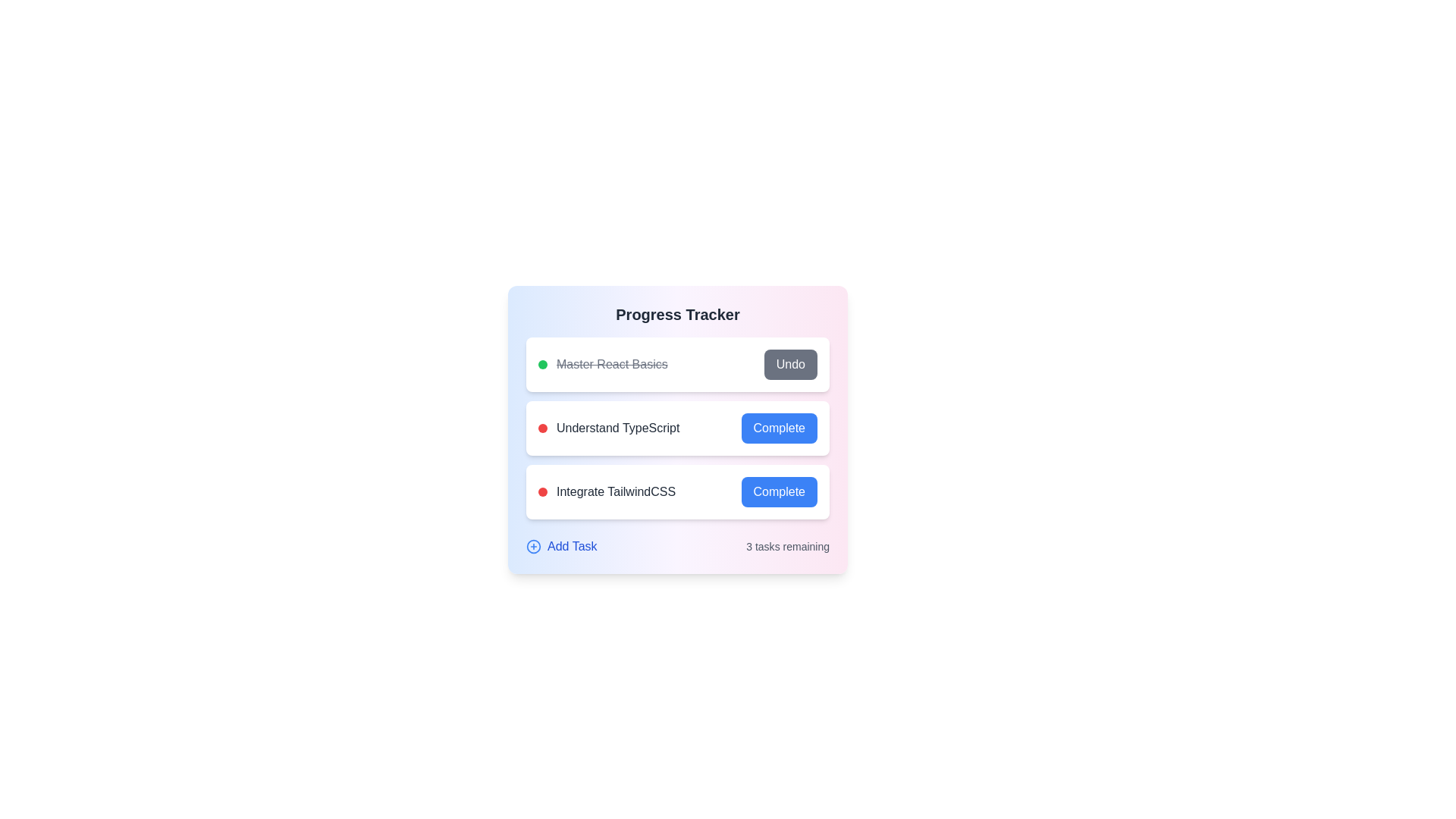 This screenshot has height=819, width=1456. I want to click on the 'Complete' button, which is a rounded rectangular button with a blue background and white text, located in the second row of the task list under the 'Progress Tracker' section, aligned to the right next to the label 'Understand TypeScript', so click(779, 428).